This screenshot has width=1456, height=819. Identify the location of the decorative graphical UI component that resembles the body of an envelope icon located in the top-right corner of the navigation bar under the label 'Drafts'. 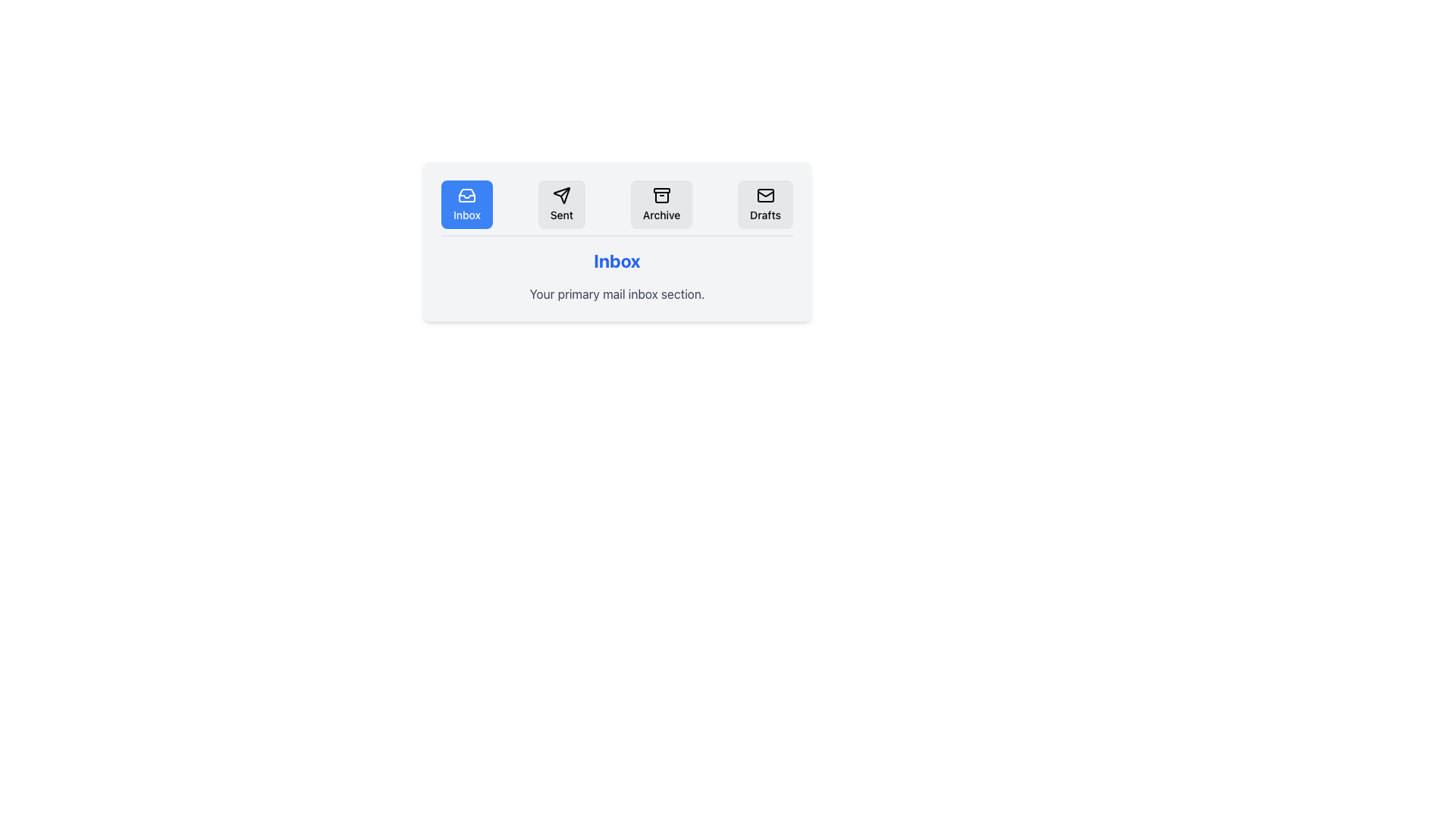
(765, 195).